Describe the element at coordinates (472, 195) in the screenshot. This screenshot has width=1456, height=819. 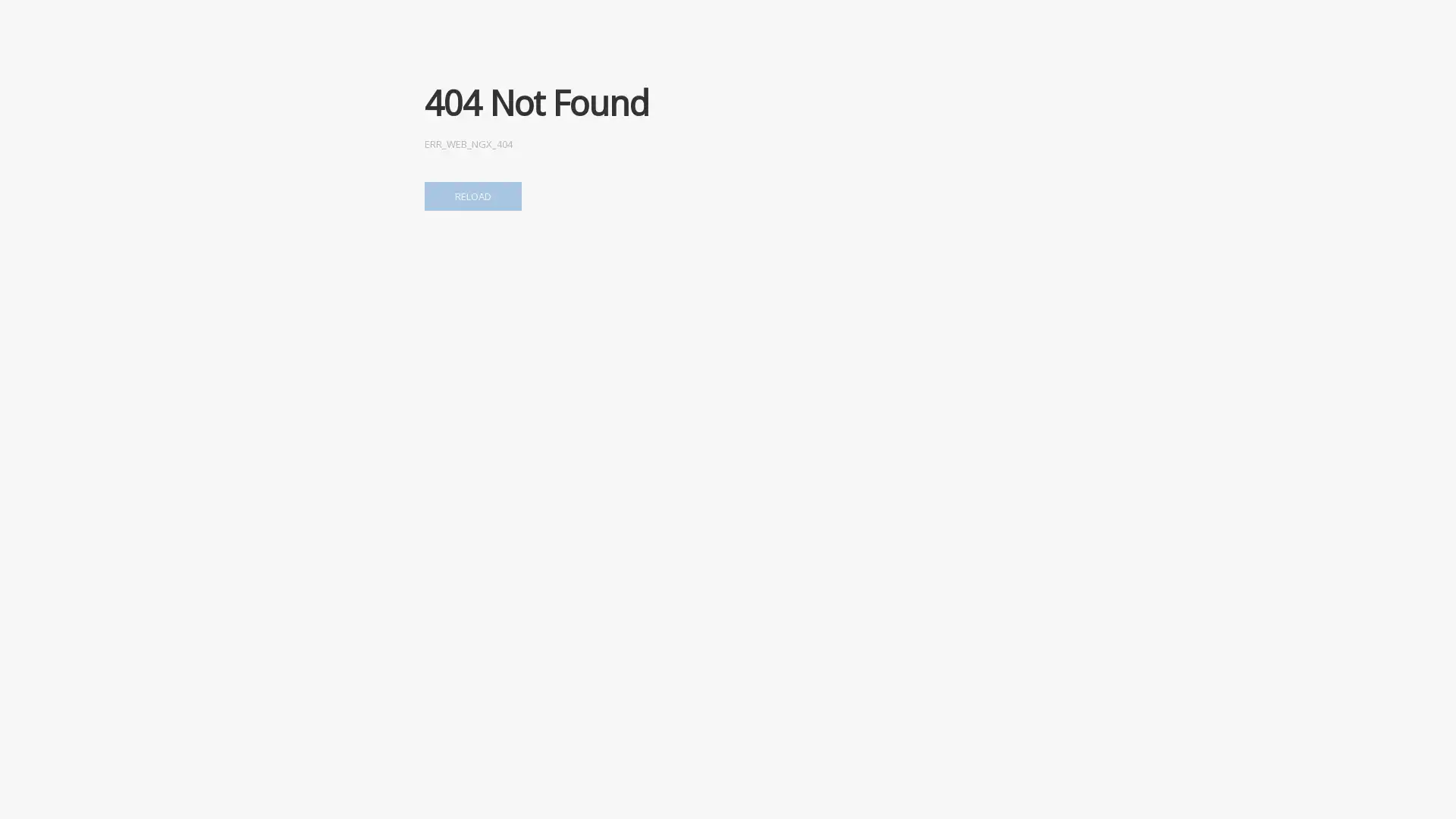
I see `RELOAD` at that location.